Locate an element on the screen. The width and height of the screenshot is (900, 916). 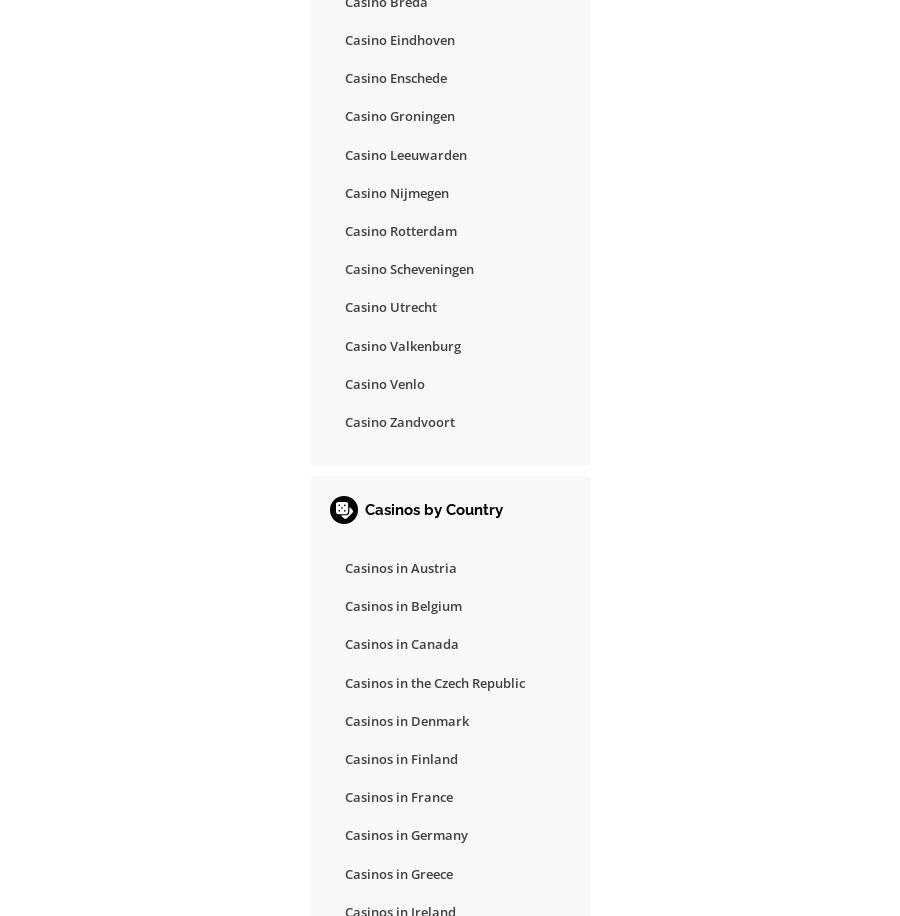
'Casinos in Germany' is located at coordinates (406, 835).